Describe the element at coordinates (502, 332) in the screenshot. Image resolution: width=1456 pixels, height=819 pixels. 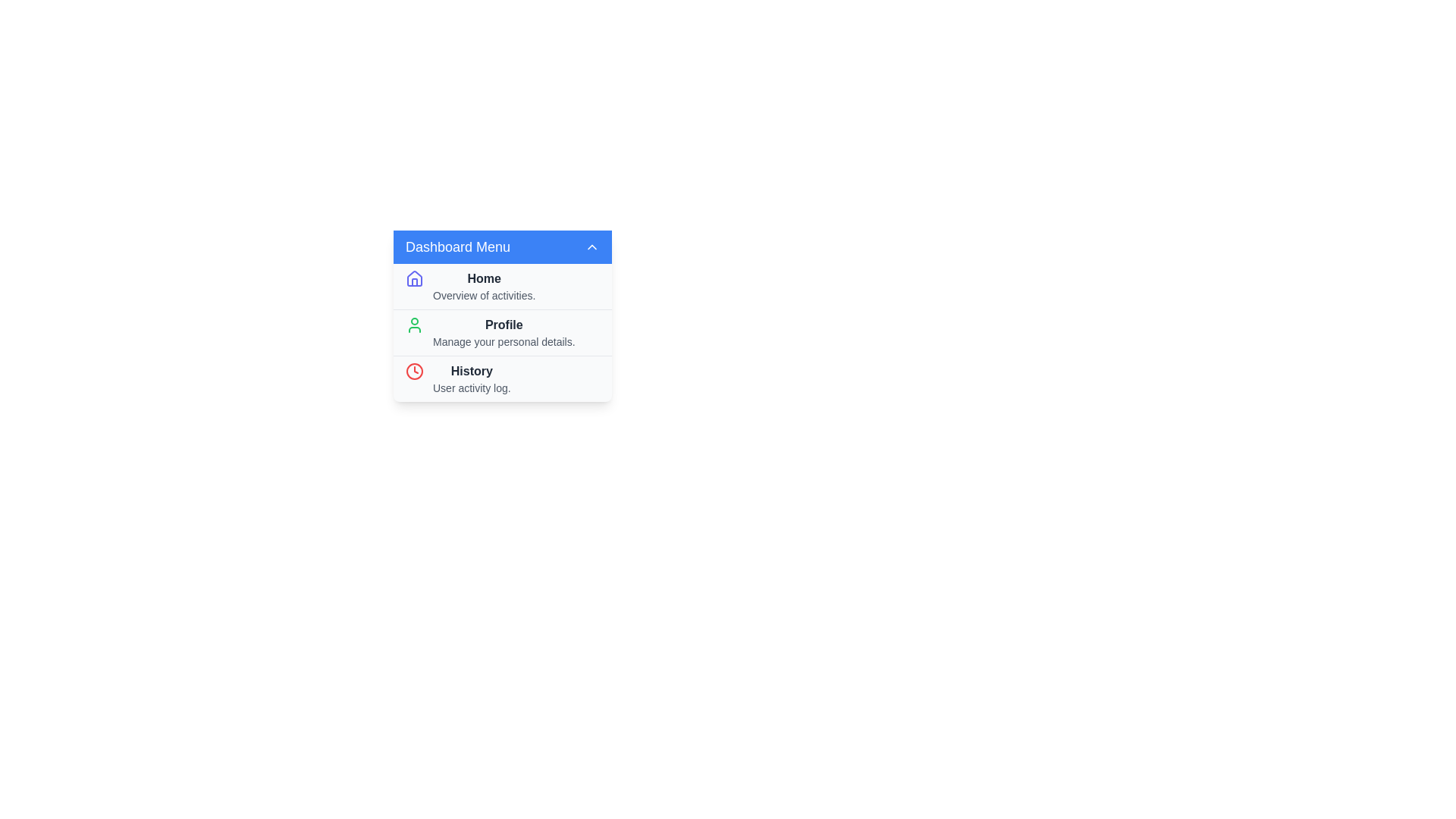
I see `the 'Profile' menu item` at that location.